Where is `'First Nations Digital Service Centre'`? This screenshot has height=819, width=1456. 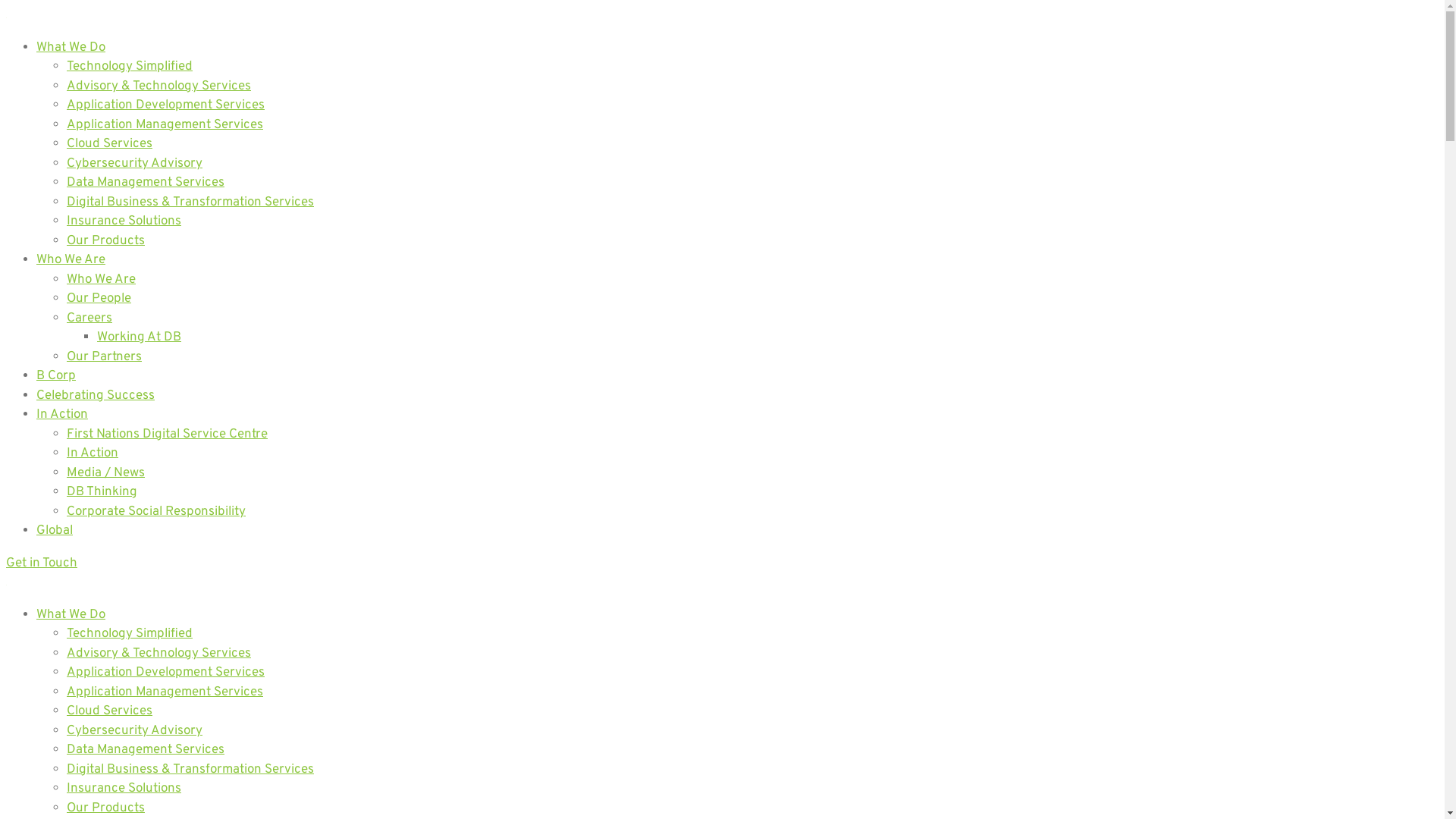
'First Nations Digital Service Centre' is located at coordinates (167, 435).